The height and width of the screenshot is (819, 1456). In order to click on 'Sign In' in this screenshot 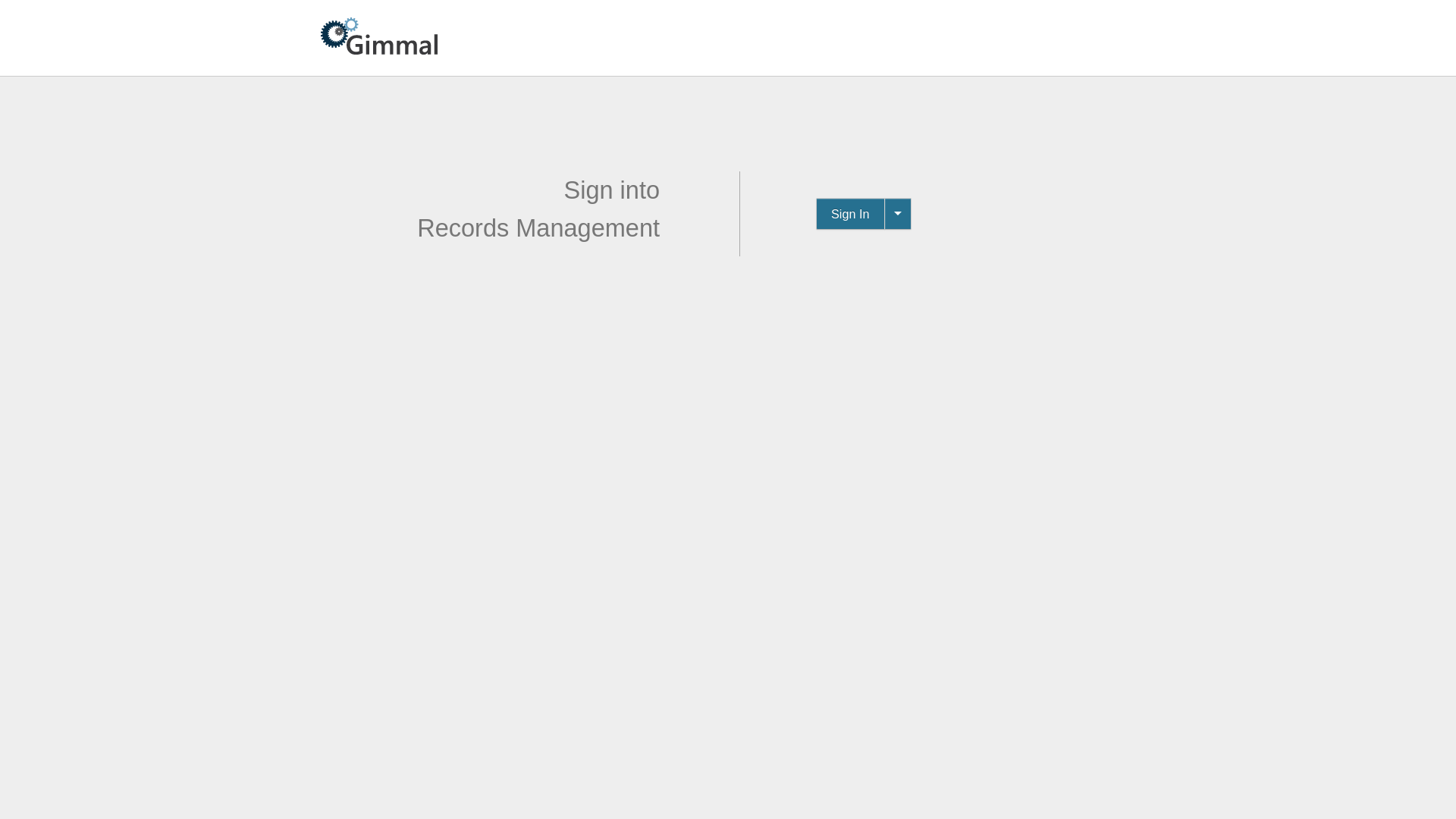, I will do `click(850, 213)`.